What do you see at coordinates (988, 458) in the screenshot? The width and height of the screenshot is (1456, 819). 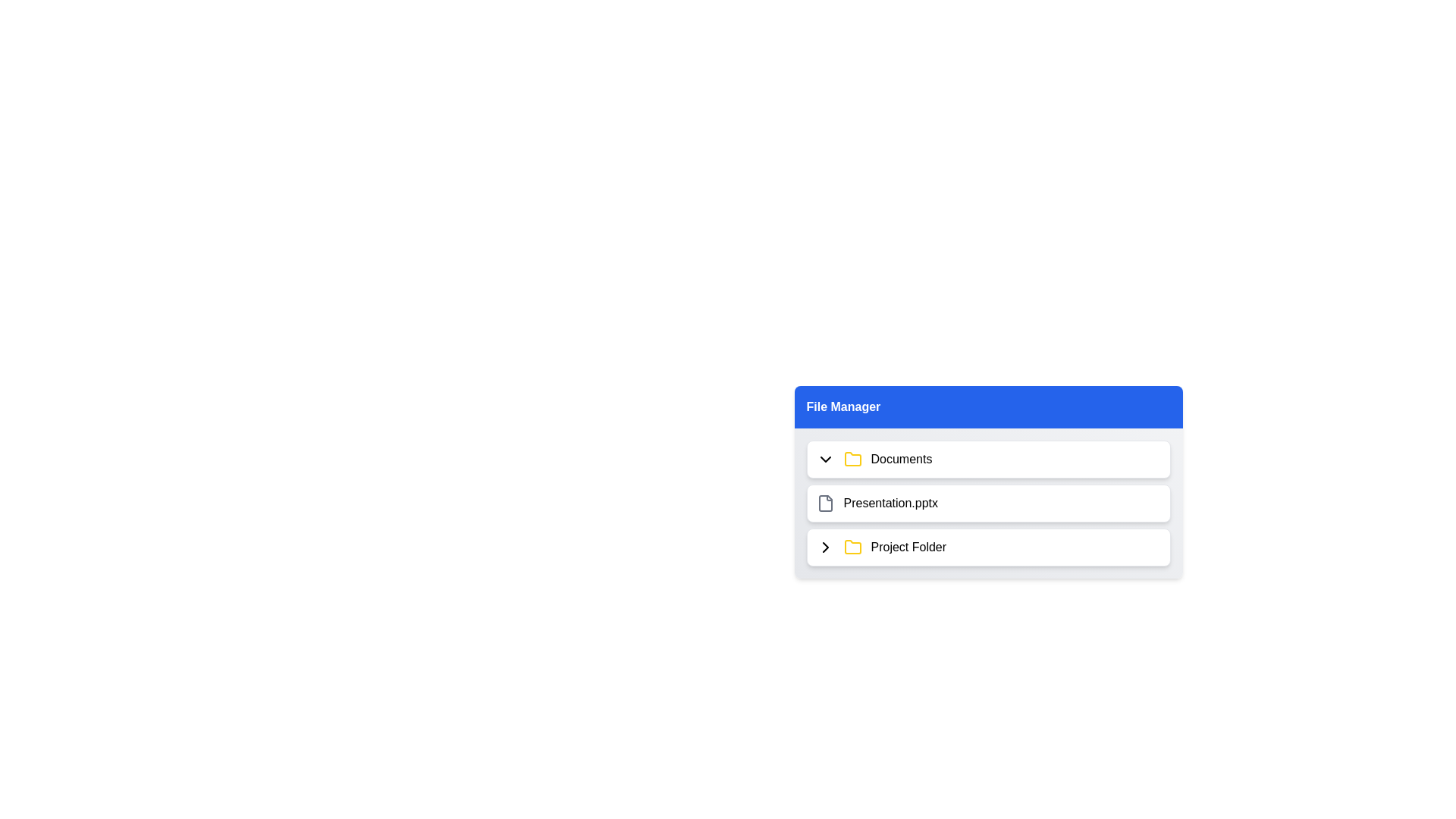 I see `the item Documents to observe its hover effect` at bounding box center [988, 458].